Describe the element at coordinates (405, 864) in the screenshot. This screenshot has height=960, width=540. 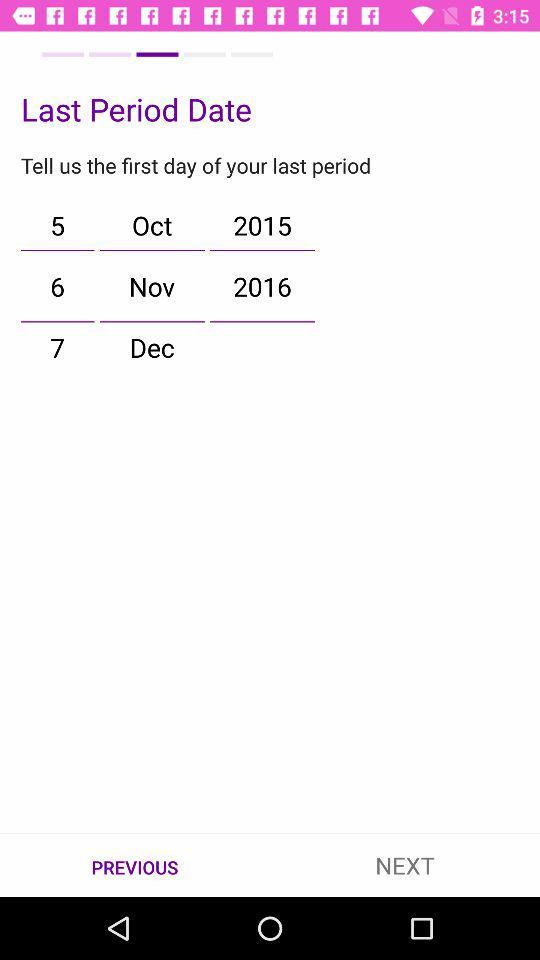
I see `item to the right of the previous item` at that location.